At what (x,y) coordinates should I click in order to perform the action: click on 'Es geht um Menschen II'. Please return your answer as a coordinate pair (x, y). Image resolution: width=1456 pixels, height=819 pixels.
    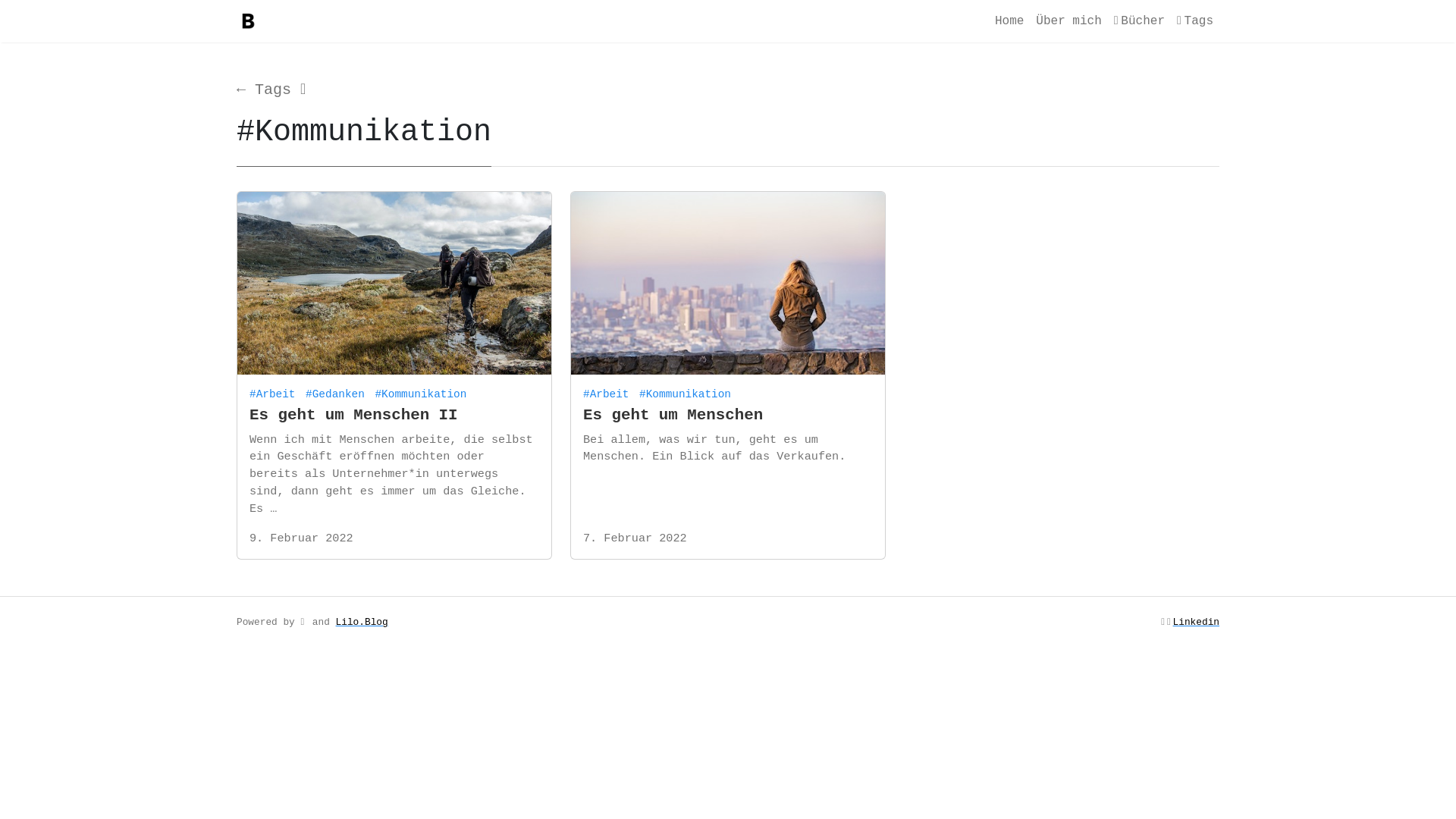
    Looking at the image, I should click on (353, 415).